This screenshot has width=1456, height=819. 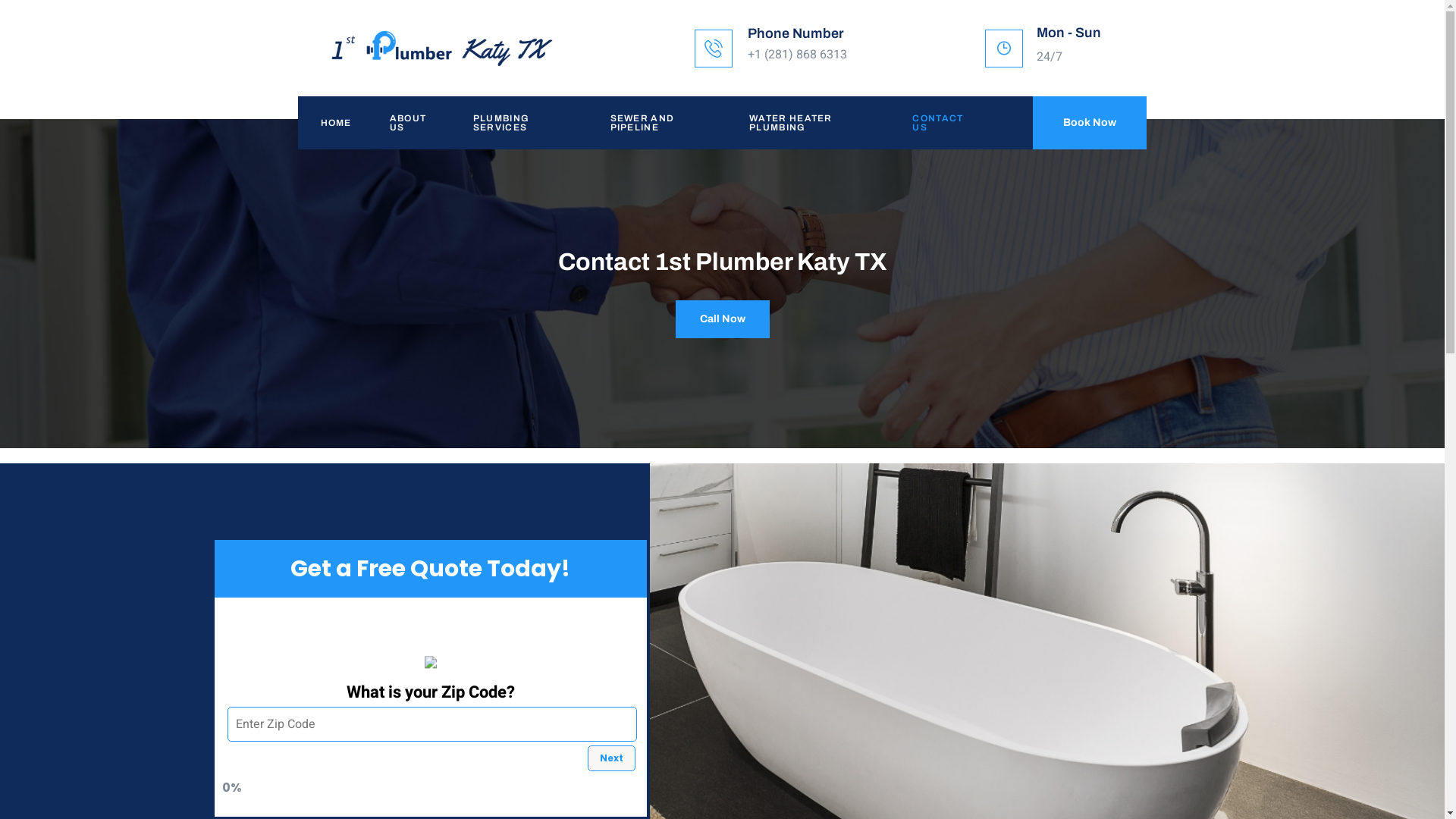 I want to click on 'Next', so click(x=585, y=758).